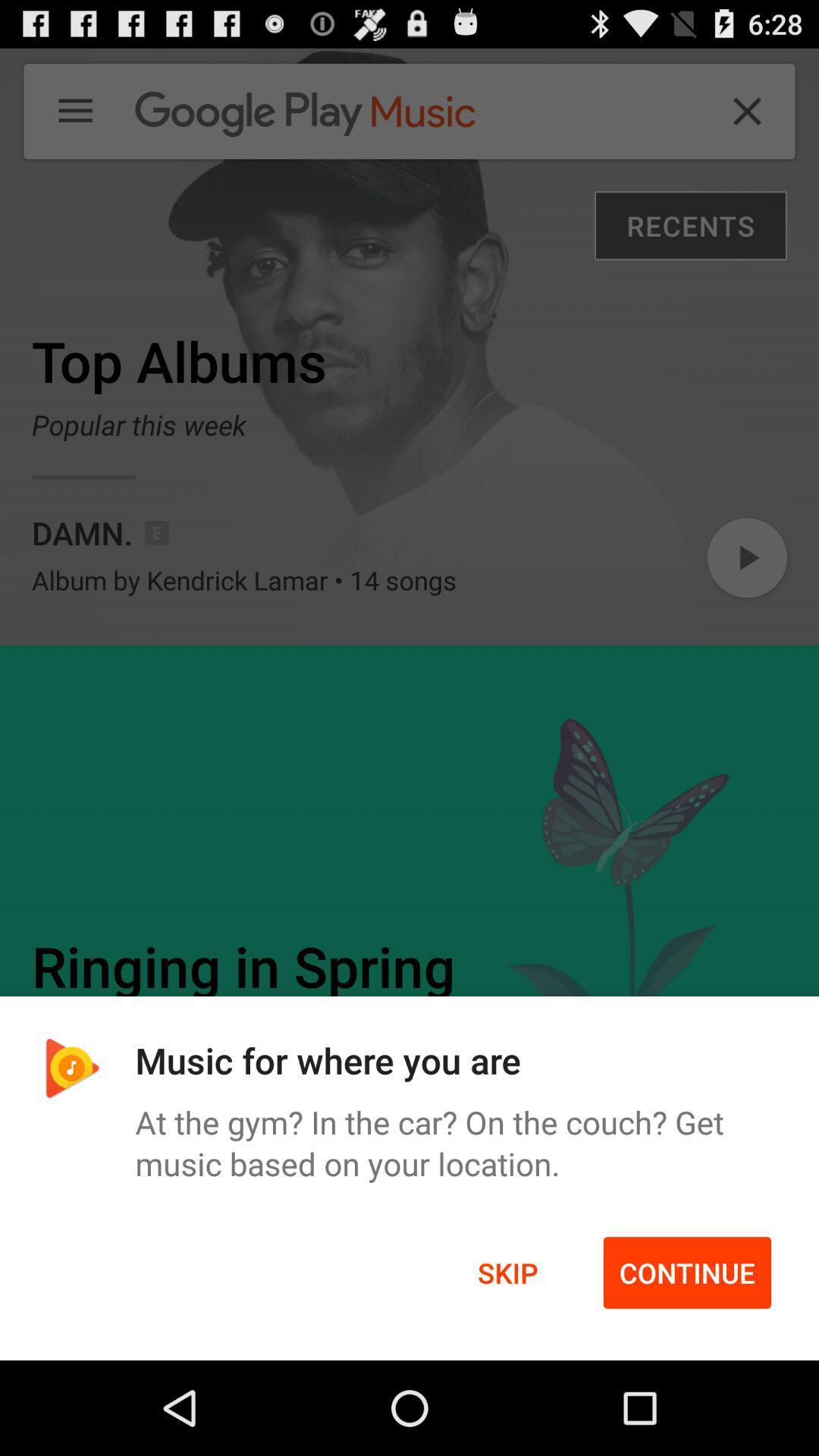 The height and width of the screenshot is (1456, 819). Describe the element at coordinates (507, 1272) in the screenshot. I see `skip item` at that location.